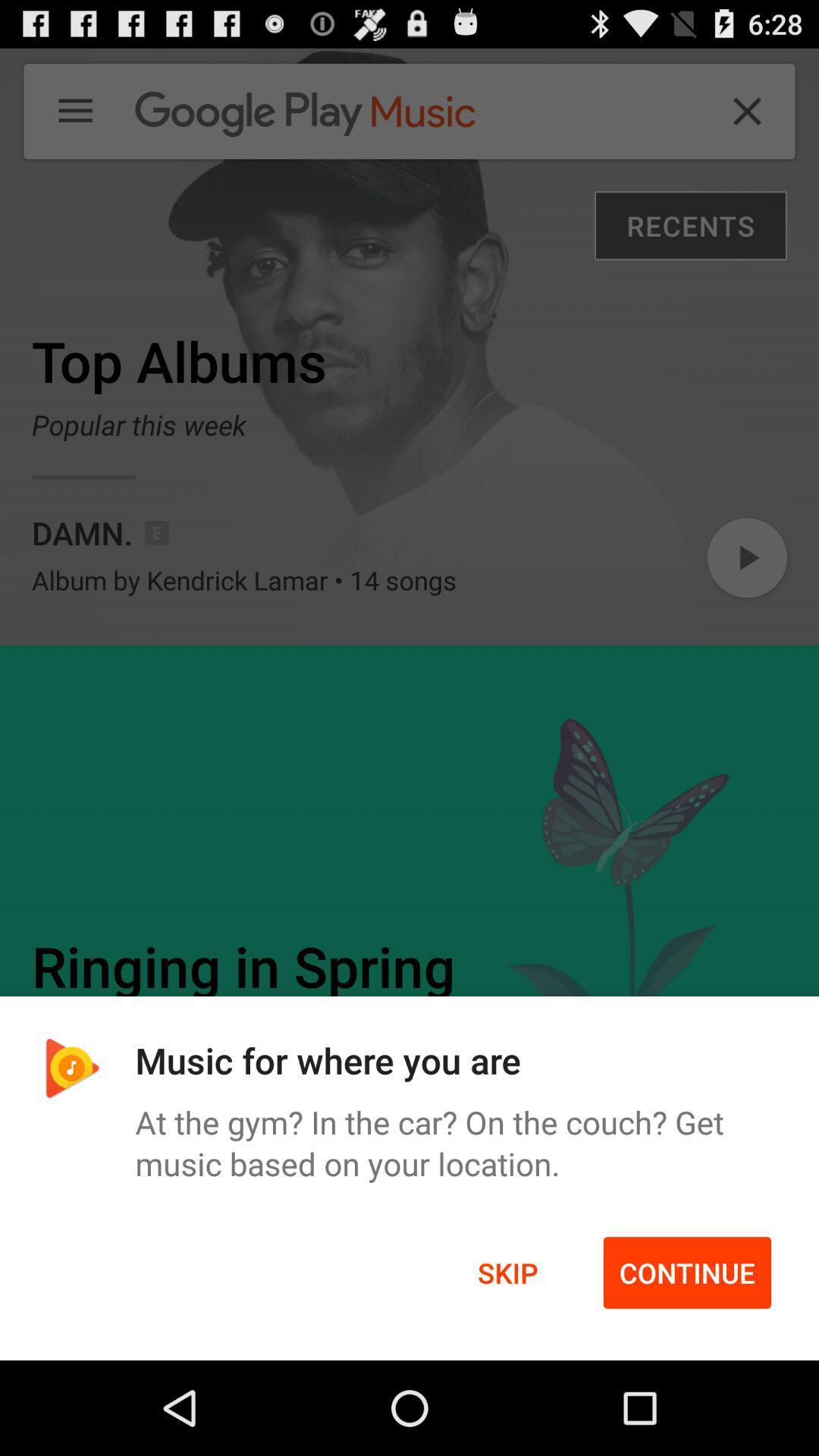 The height and width of the screenshot is (1456, 819). Describe the element at coordinates (507, 1272) in the screenshot. I see `skip item` at that location.